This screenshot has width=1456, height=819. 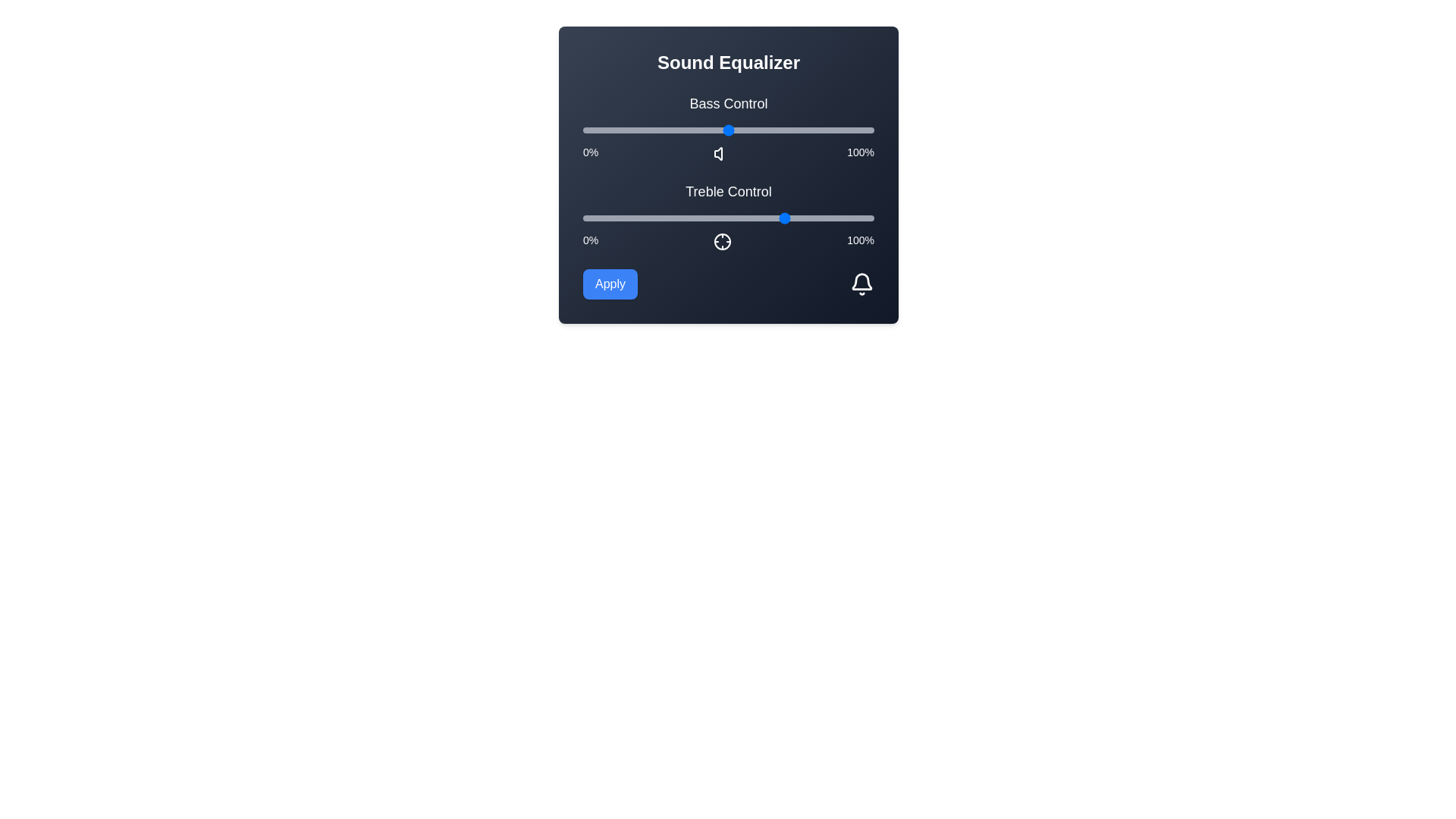 I want to click on the bass control slider to 2%, so click(x=588, y=130).